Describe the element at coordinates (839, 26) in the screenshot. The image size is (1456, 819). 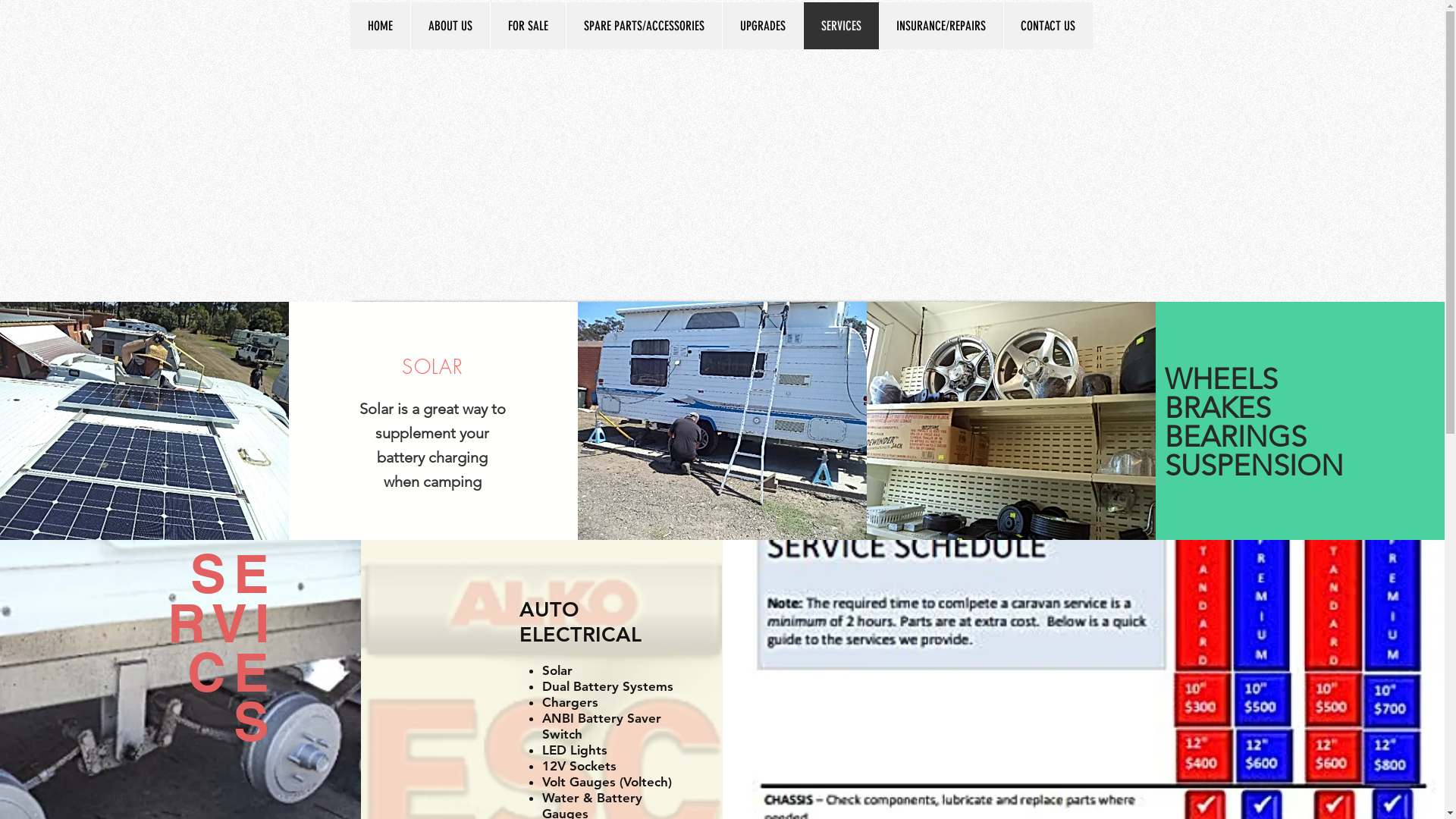
I see `'SERVICES'` at that location.